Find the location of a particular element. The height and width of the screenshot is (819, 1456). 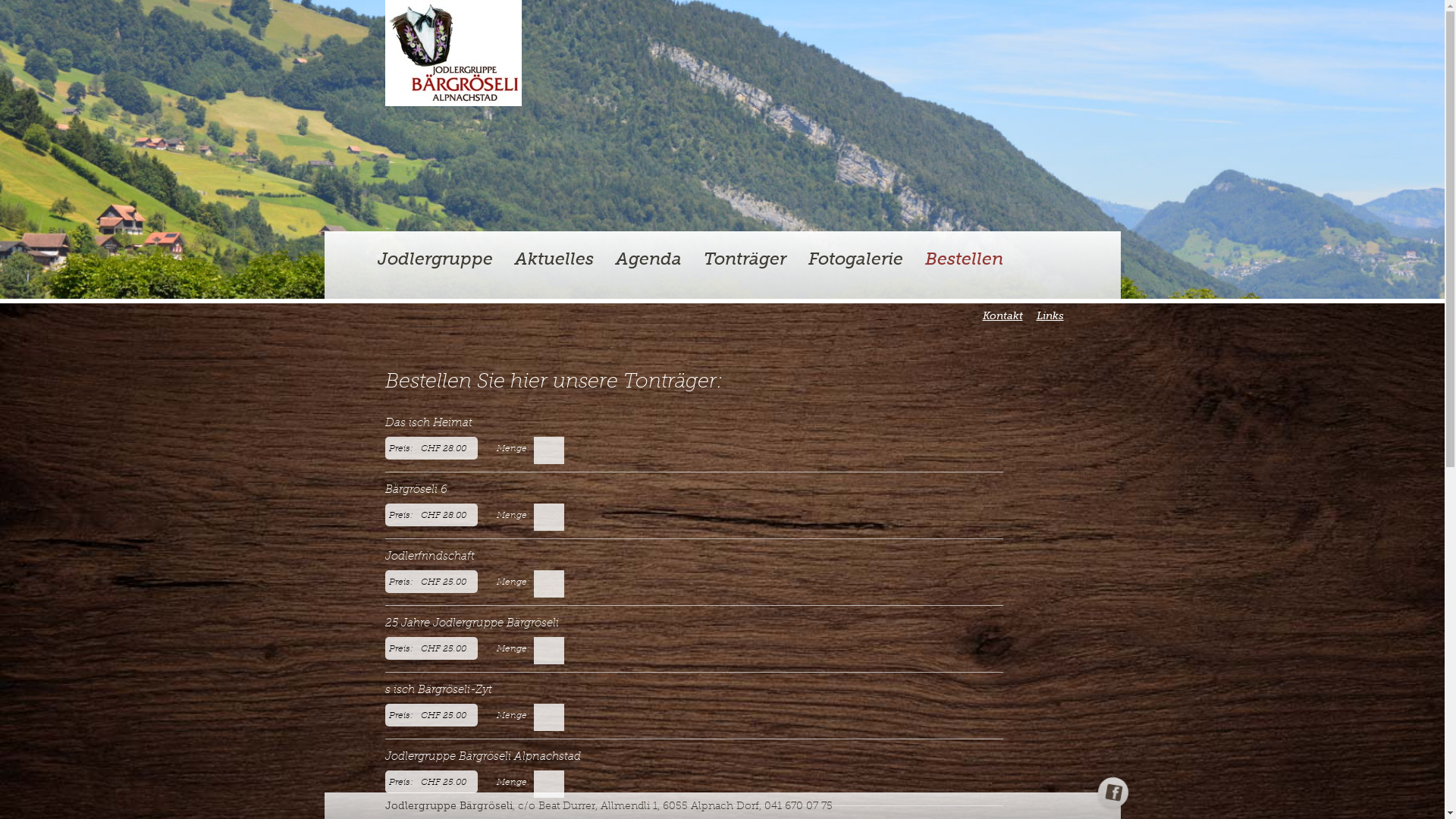

'Fotogalerie' is located at coordinates (855, 258).